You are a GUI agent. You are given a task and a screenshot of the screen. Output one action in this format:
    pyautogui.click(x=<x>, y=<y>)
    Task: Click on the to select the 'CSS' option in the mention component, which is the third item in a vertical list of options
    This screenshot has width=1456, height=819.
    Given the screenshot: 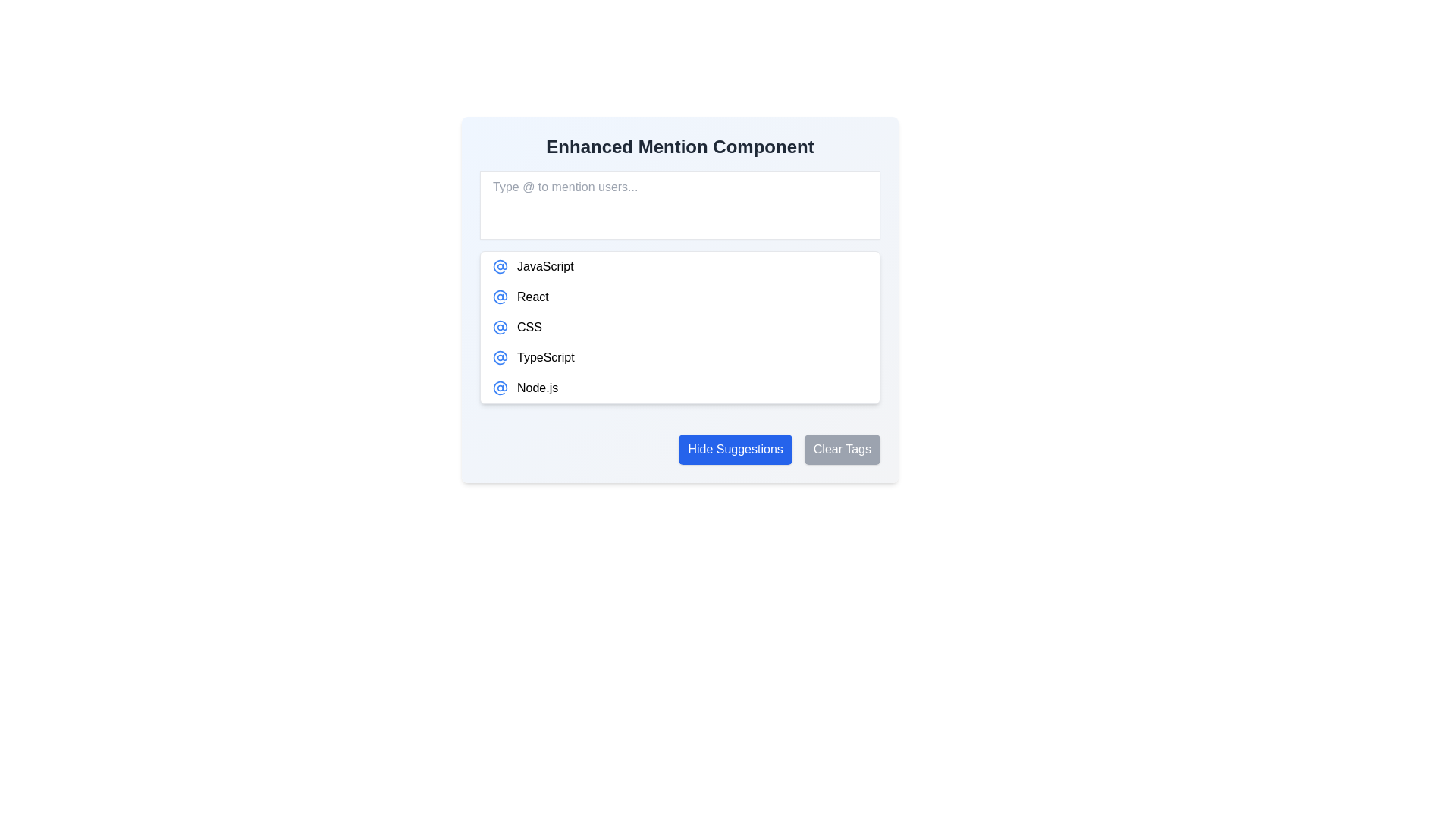 What is the action you would take?
    pyautogui.click(x=679, y=327)
    